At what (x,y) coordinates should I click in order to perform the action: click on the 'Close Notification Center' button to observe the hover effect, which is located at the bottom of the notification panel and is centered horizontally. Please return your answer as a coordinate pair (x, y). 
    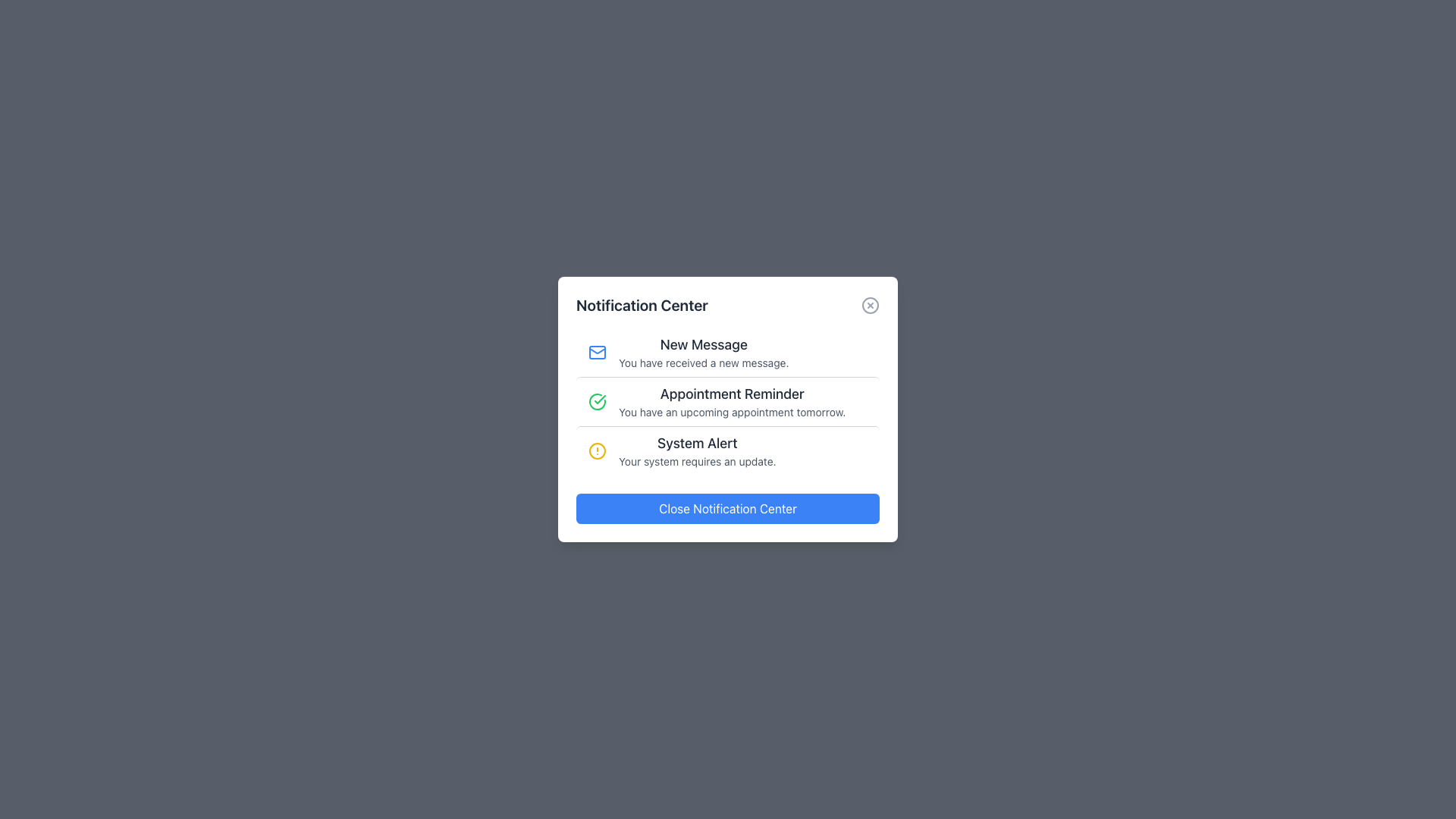
    Looking at the image, I should click on (728, 509).